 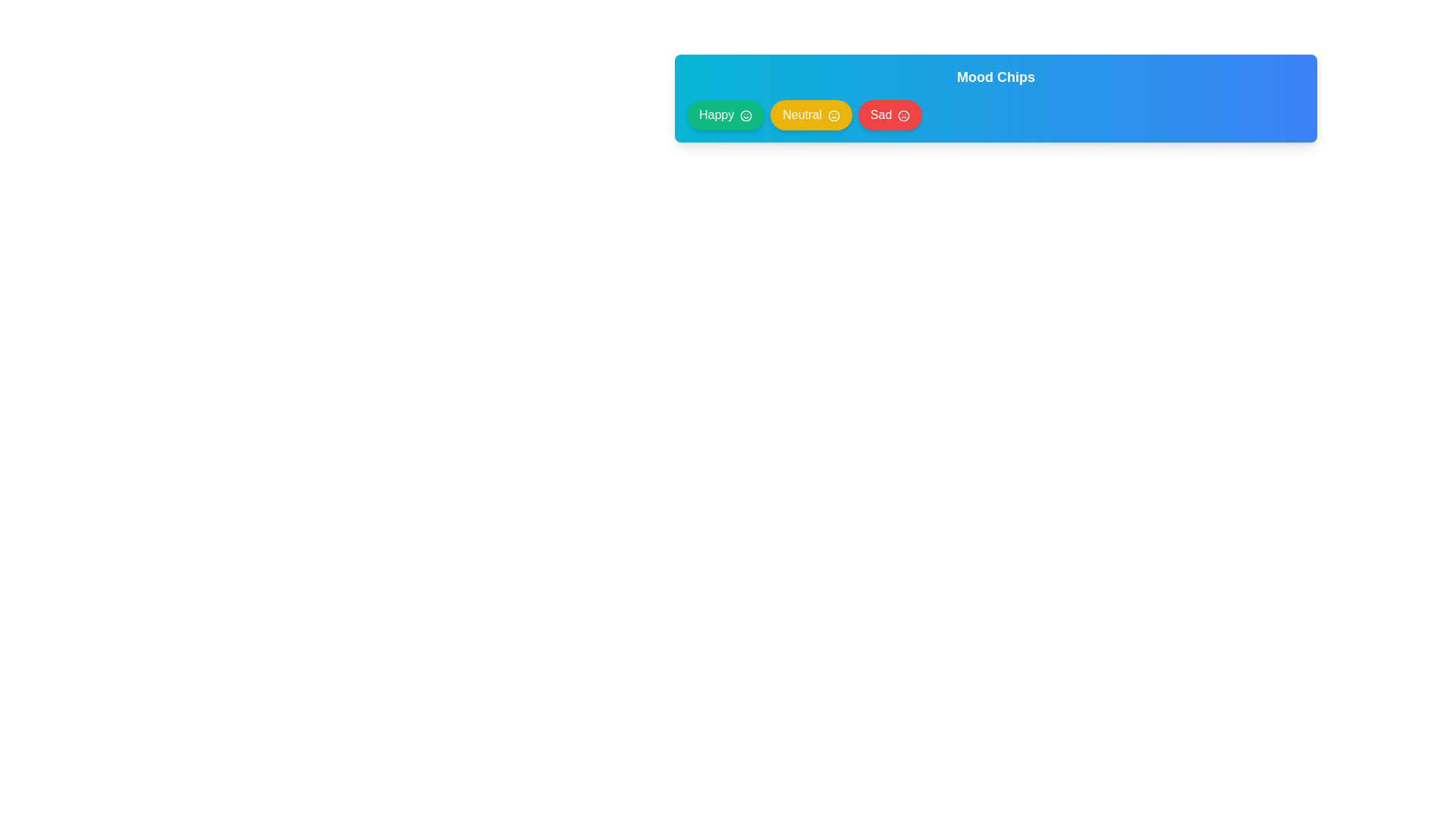 I want to click on the frowning face icon within the 'Sad' mood chip, which is the third option in the mood selection component, so click(x=904, y=115).